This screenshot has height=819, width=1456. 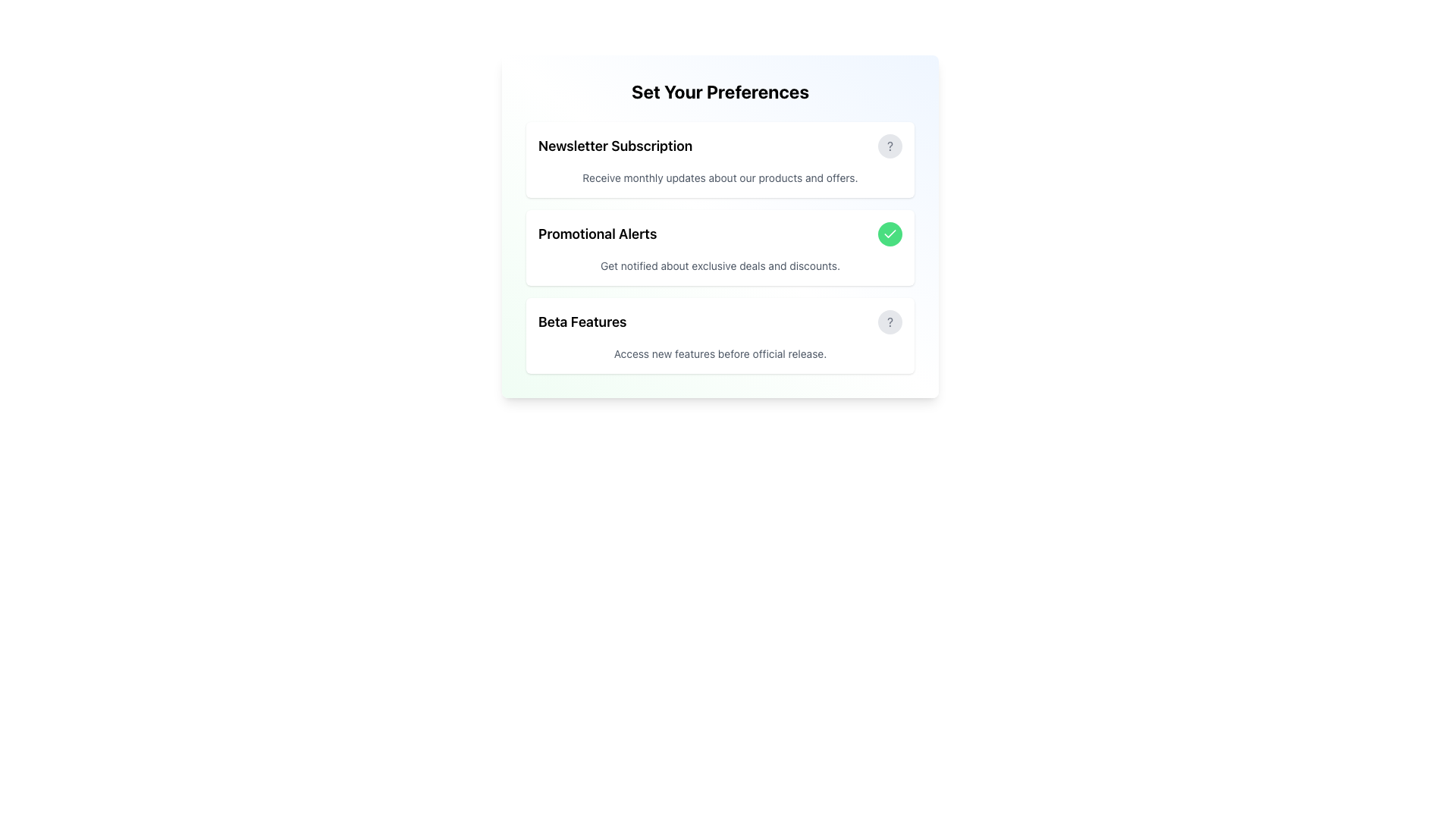 I want to click on descriptive text element located under the 'Beta Features' title, which provides supplementary information about the feature, so click(x=720, y=353).